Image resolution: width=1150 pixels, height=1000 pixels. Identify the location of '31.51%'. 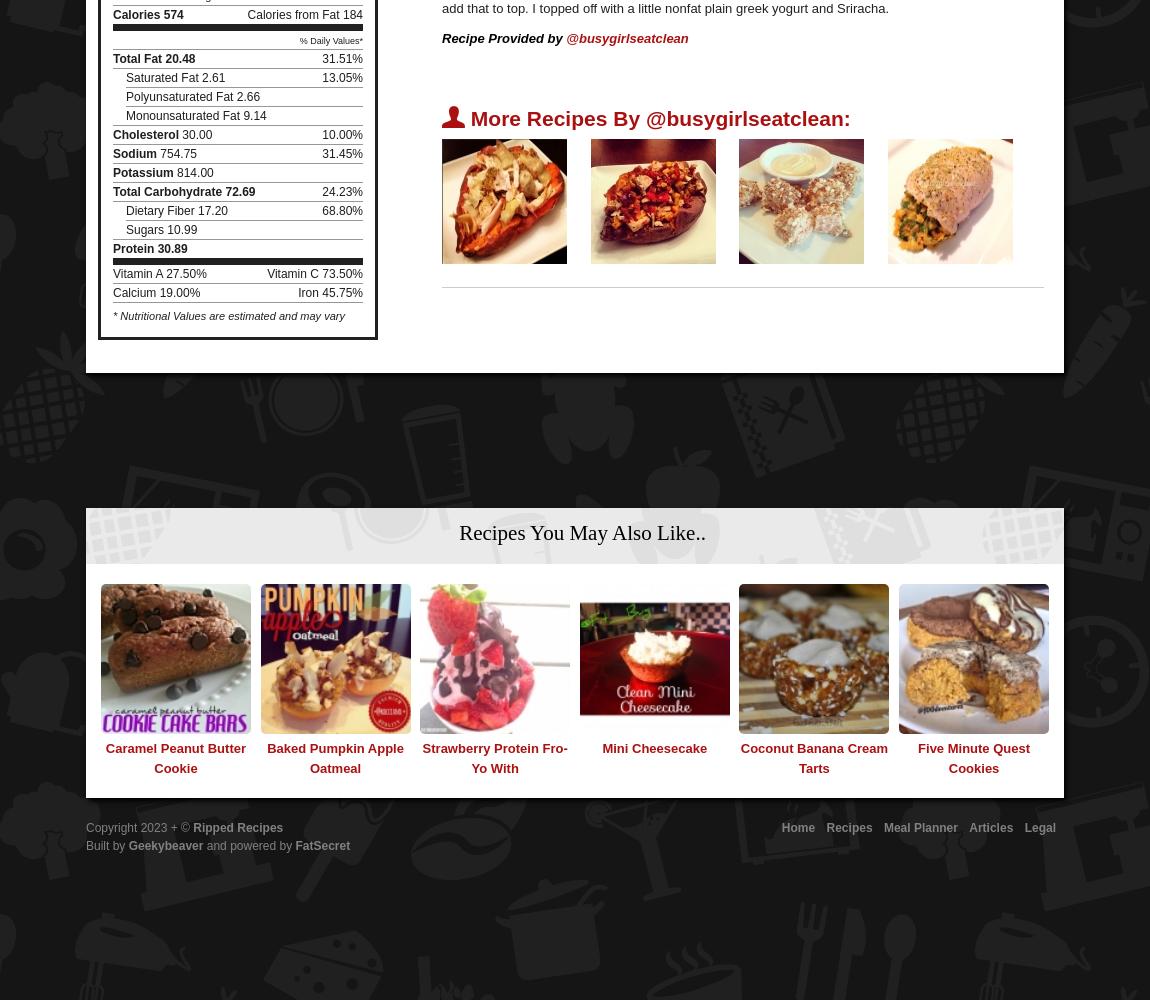
(342, 59).